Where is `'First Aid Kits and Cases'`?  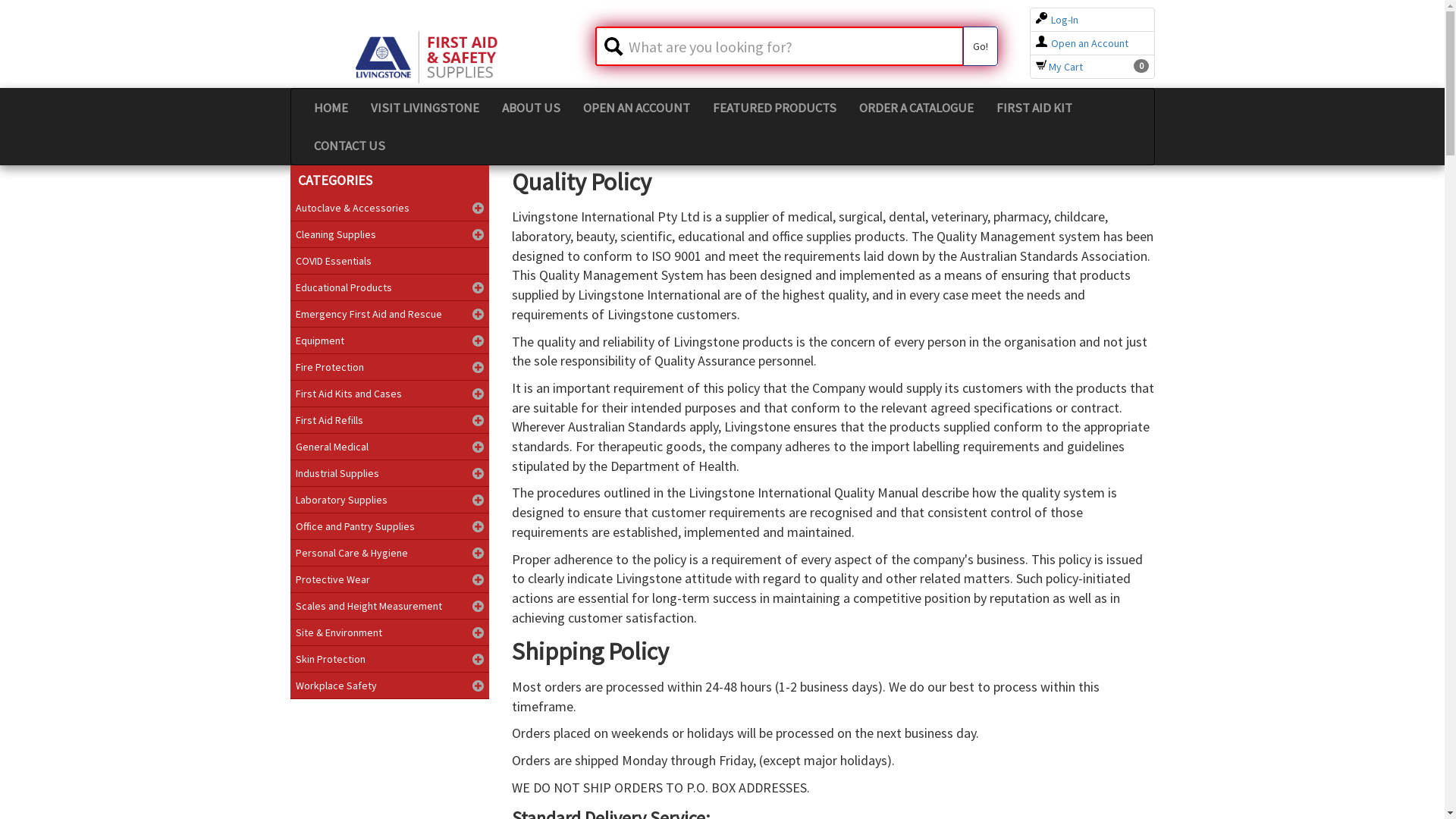 'First Aid Kits and Cases' is located at coordinates (389, 393).